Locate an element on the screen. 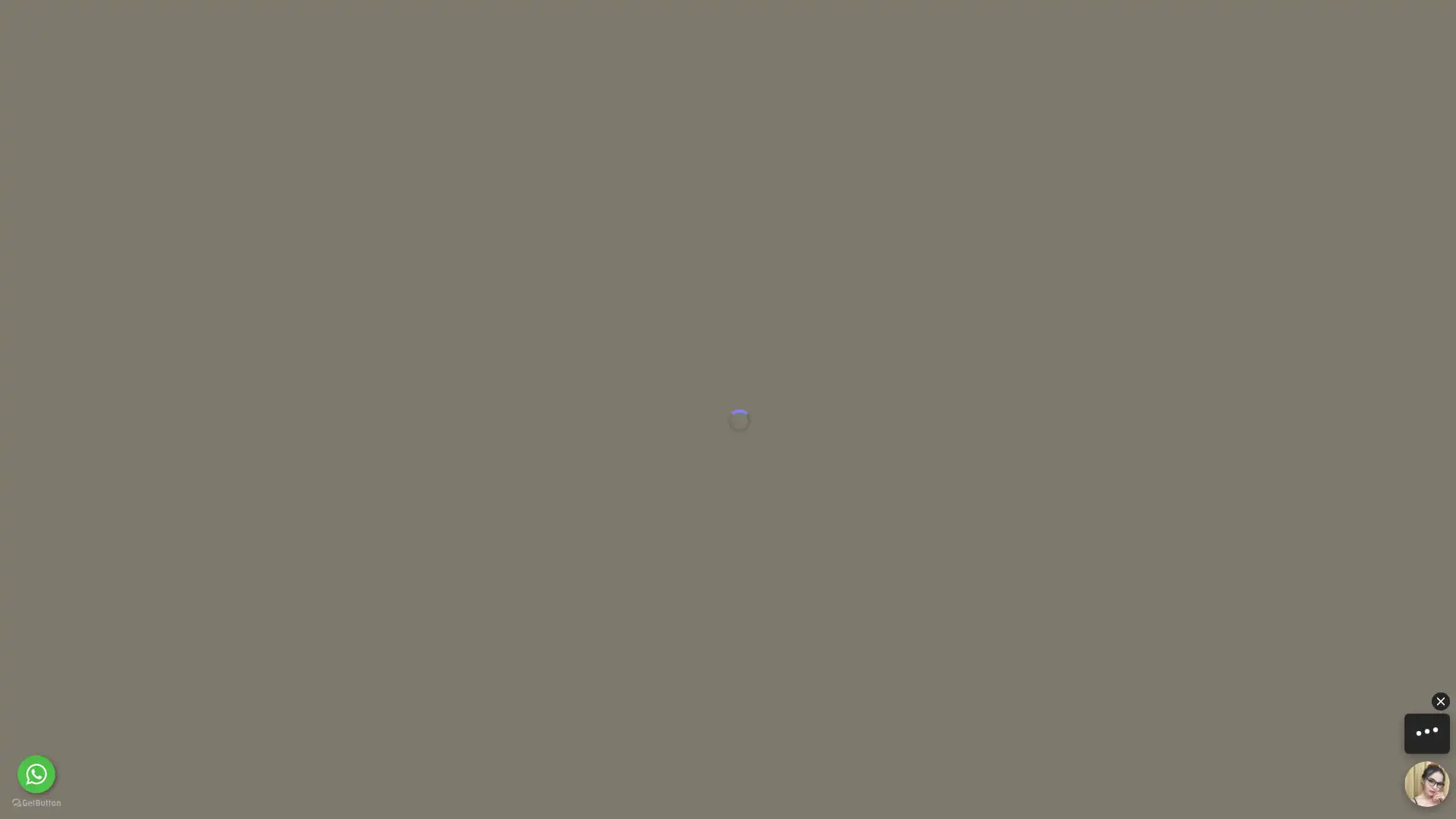  LOGIN is located at coordinates (1012, 26).